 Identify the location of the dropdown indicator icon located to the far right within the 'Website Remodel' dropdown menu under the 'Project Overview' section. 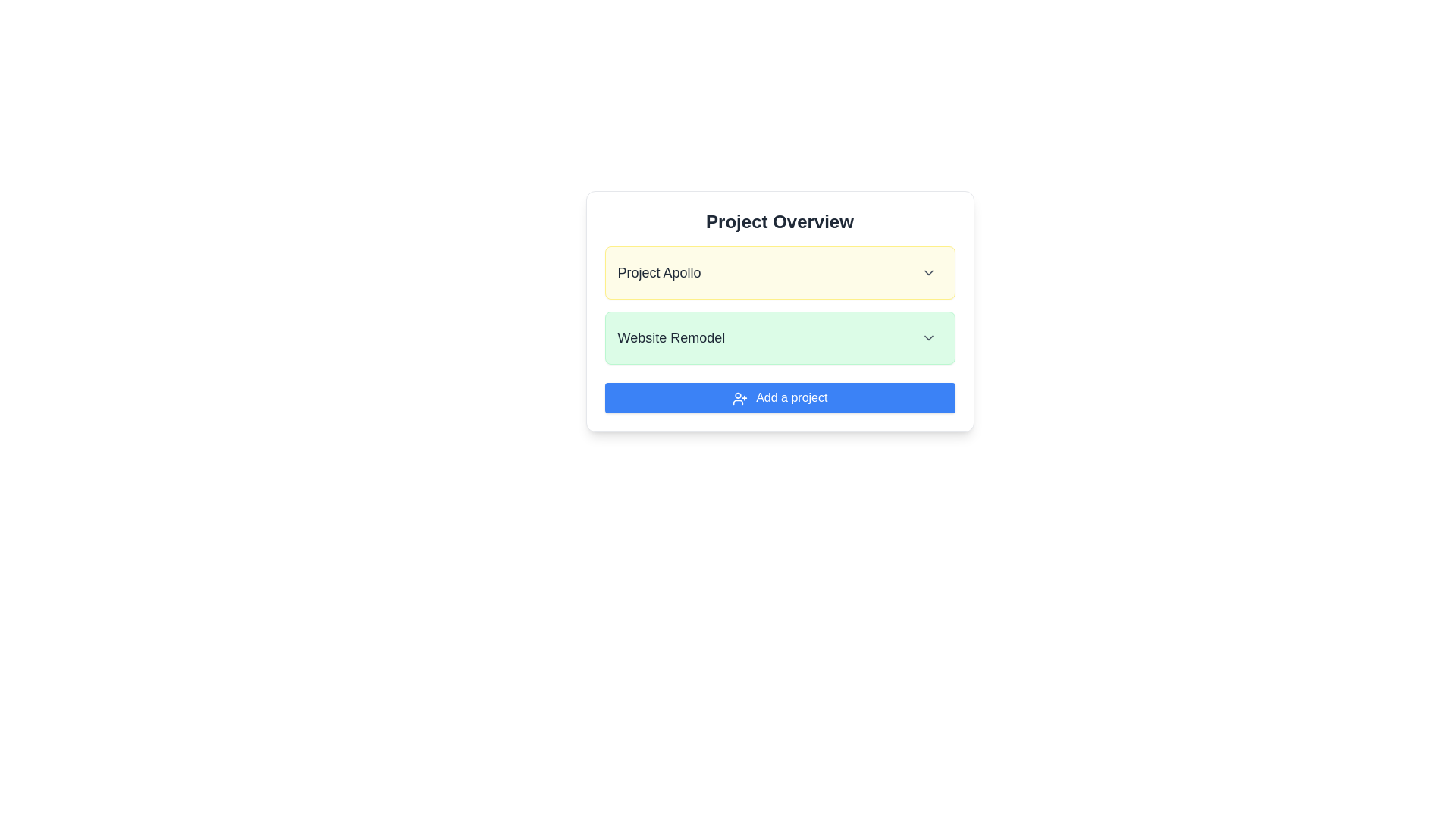
(927, 337).